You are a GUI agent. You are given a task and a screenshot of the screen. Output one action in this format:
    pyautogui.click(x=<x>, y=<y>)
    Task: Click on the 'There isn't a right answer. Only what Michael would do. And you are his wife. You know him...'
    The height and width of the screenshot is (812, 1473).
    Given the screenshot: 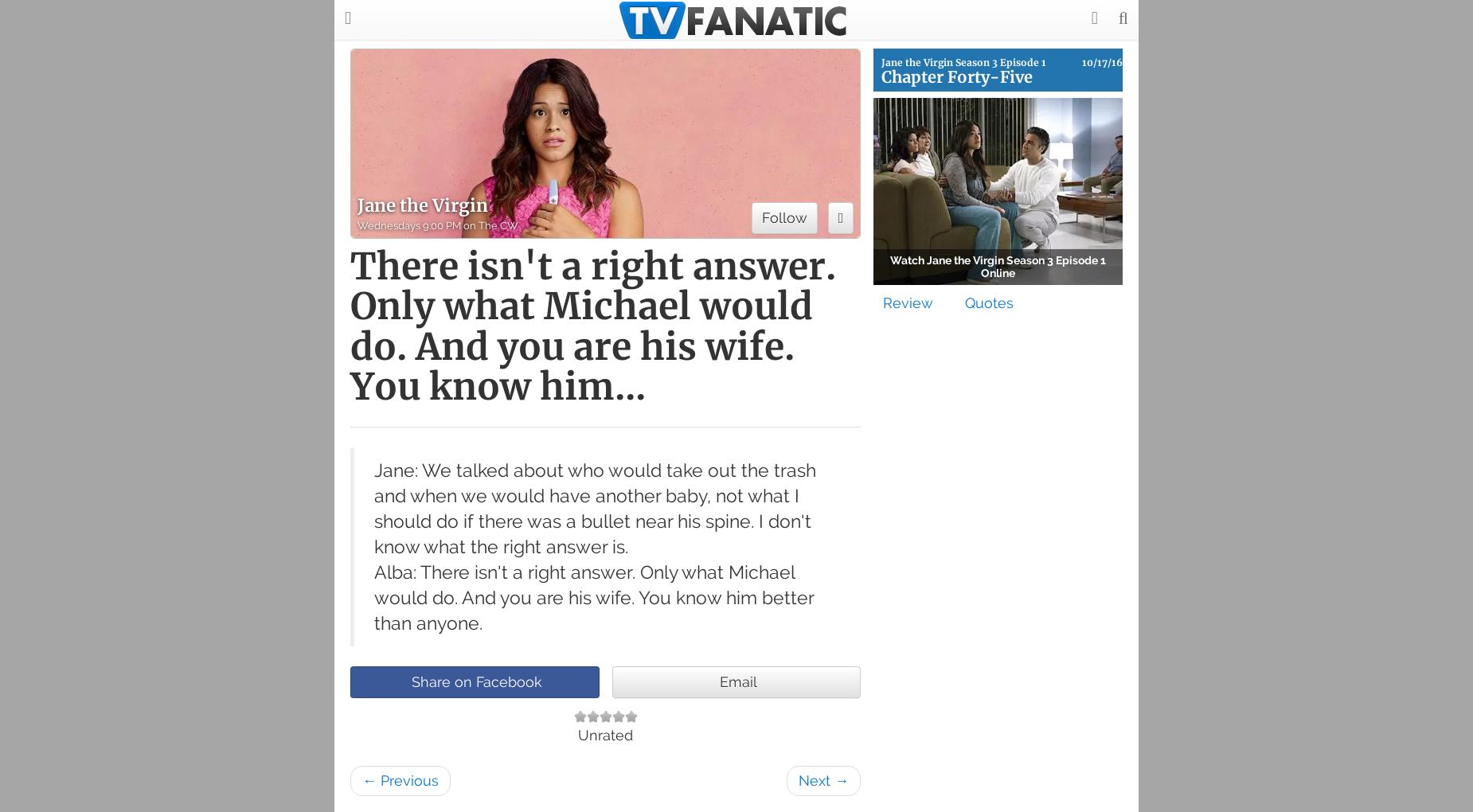 What is the action you would take?
    pyautogui.click(x=592, y=326)
    